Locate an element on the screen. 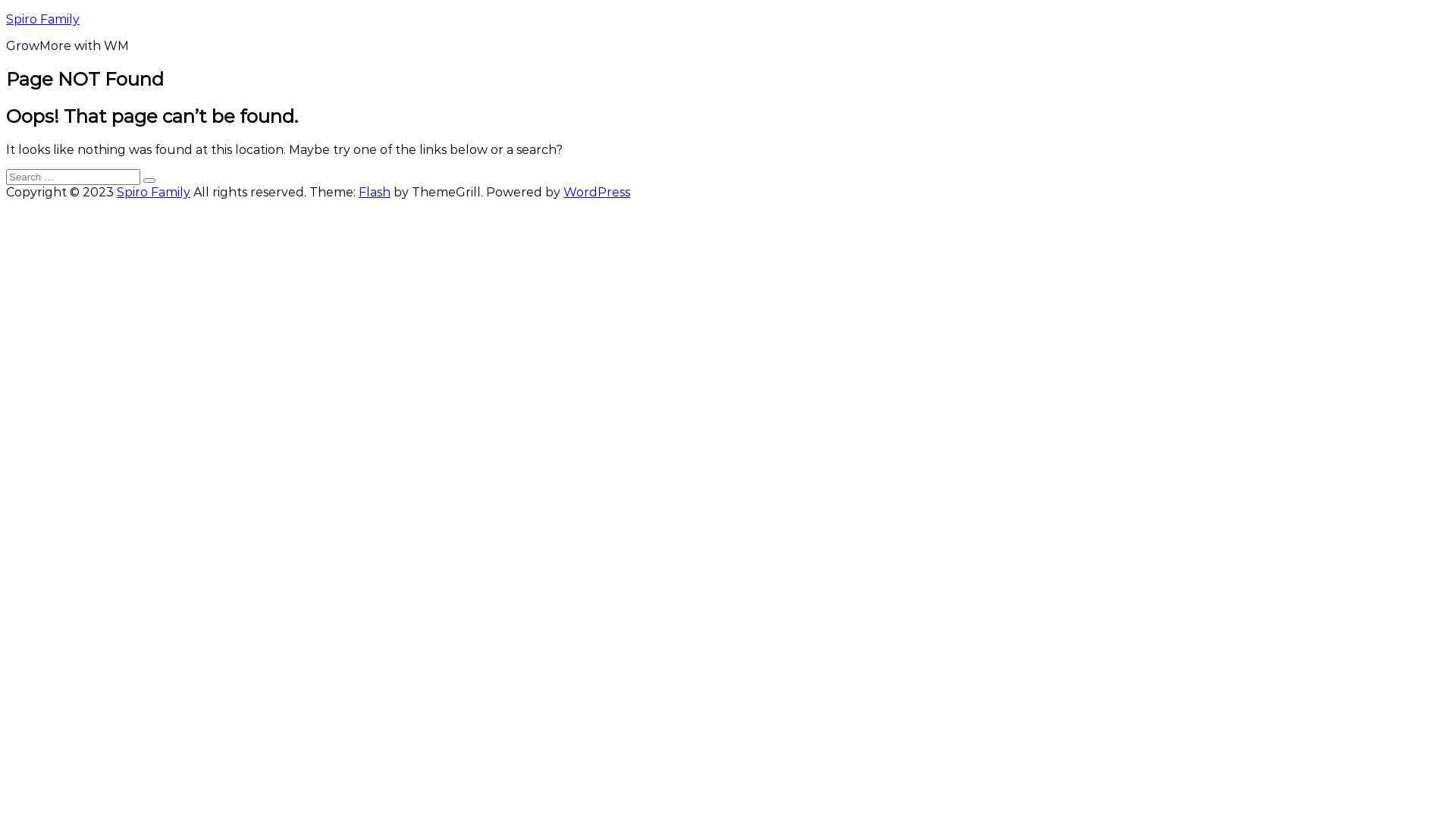  'Flash' is located at coordinates (375, 191).